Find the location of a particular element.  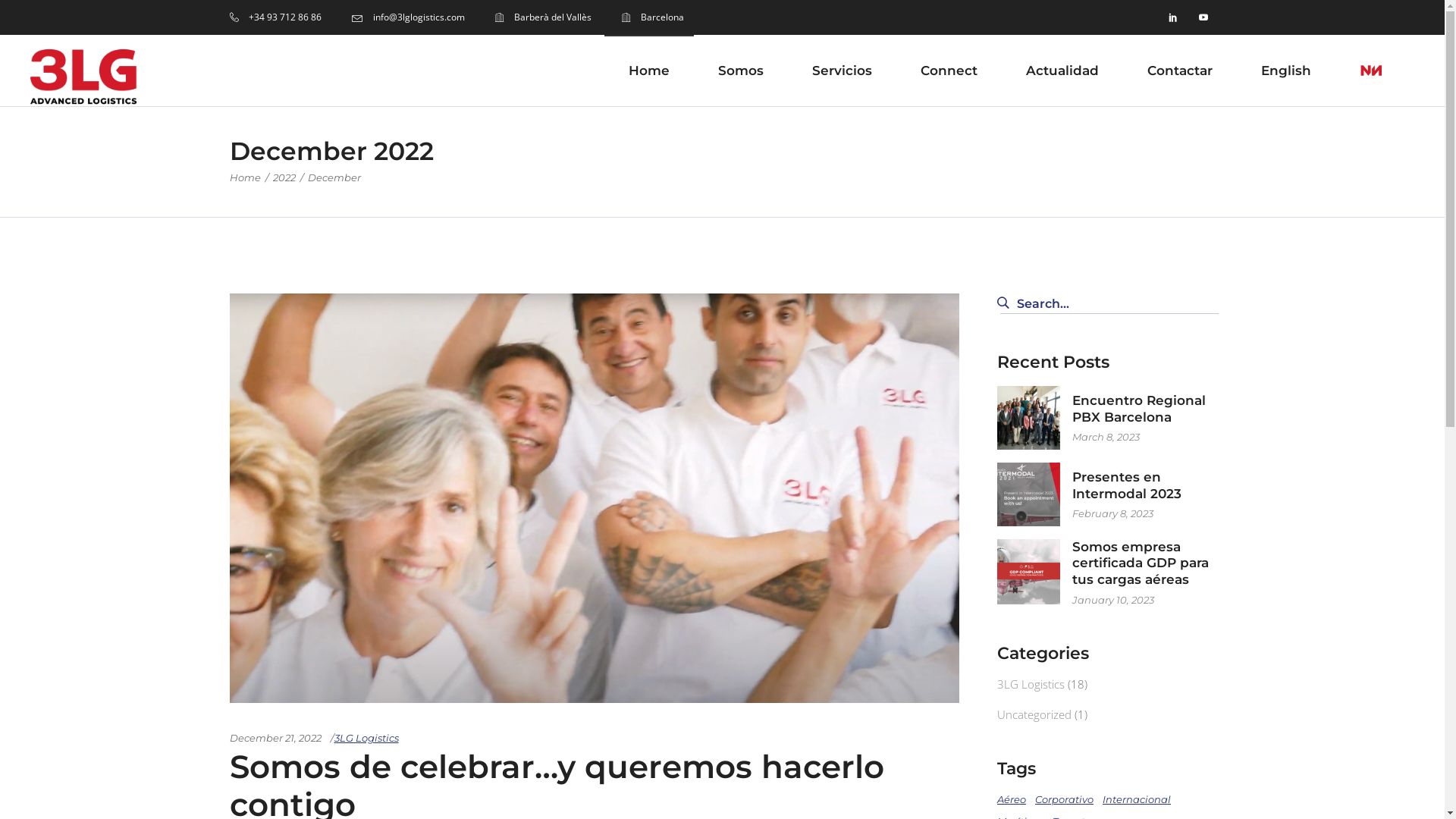

'Actualidad' is located at coordinates (1062, 71).